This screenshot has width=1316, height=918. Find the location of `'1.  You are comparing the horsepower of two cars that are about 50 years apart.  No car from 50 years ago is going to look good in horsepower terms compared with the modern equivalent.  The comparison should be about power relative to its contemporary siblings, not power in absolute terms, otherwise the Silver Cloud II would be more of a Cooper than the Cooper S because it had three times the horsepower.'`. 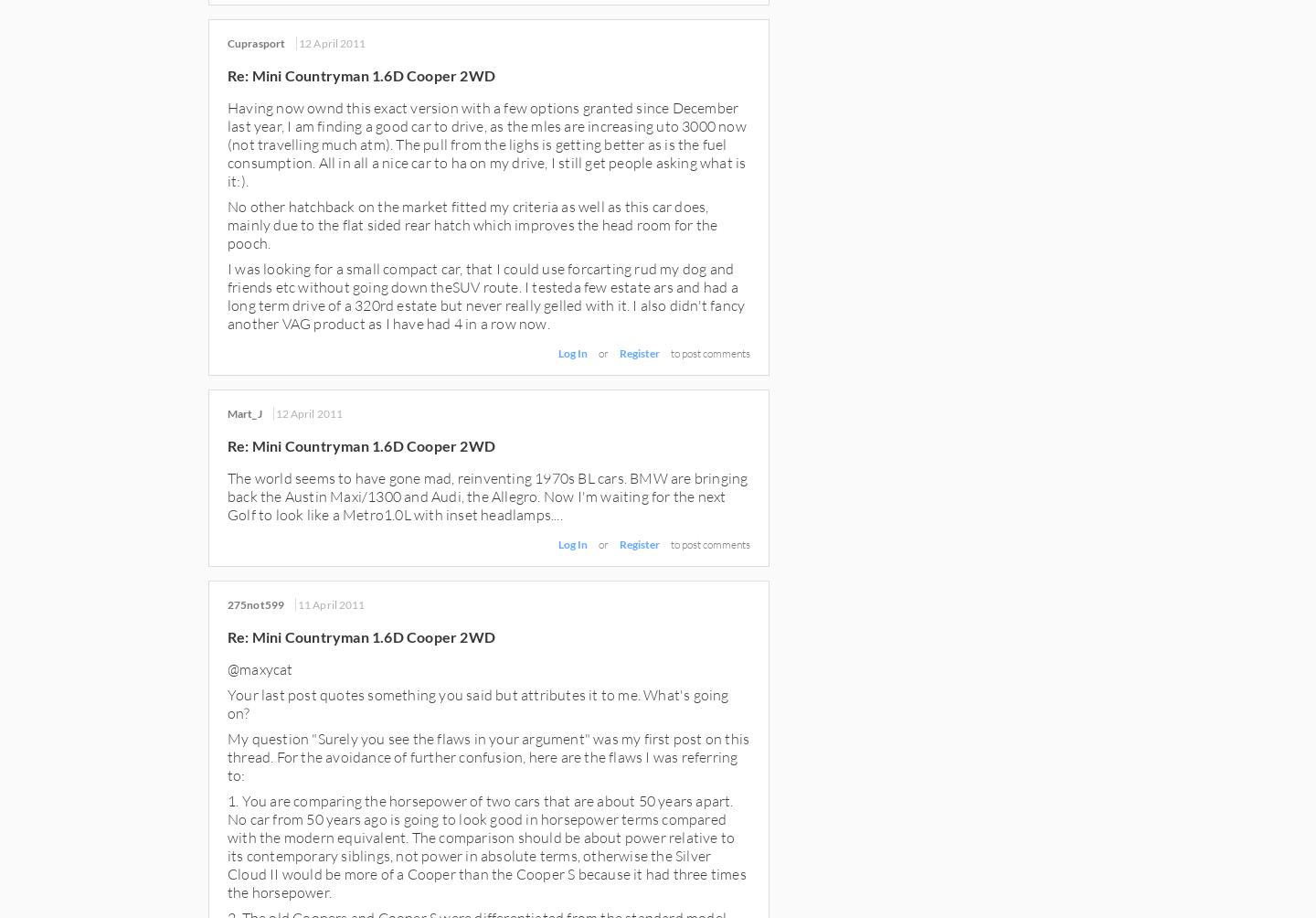

'1.  You are comparing the horsepower of two cars that are about 50 years apart.  No car from 50 years ago is going to look good in horsepower terms compared with the modern equivalent.  The comparison should be about power relative to its contemporary siblings, not power in absolute terms, otherwise the Silver Cloud II would be more of a Cooper than the Cooper S because it had three times the horsepower.' is located at coordinates (485, 845).